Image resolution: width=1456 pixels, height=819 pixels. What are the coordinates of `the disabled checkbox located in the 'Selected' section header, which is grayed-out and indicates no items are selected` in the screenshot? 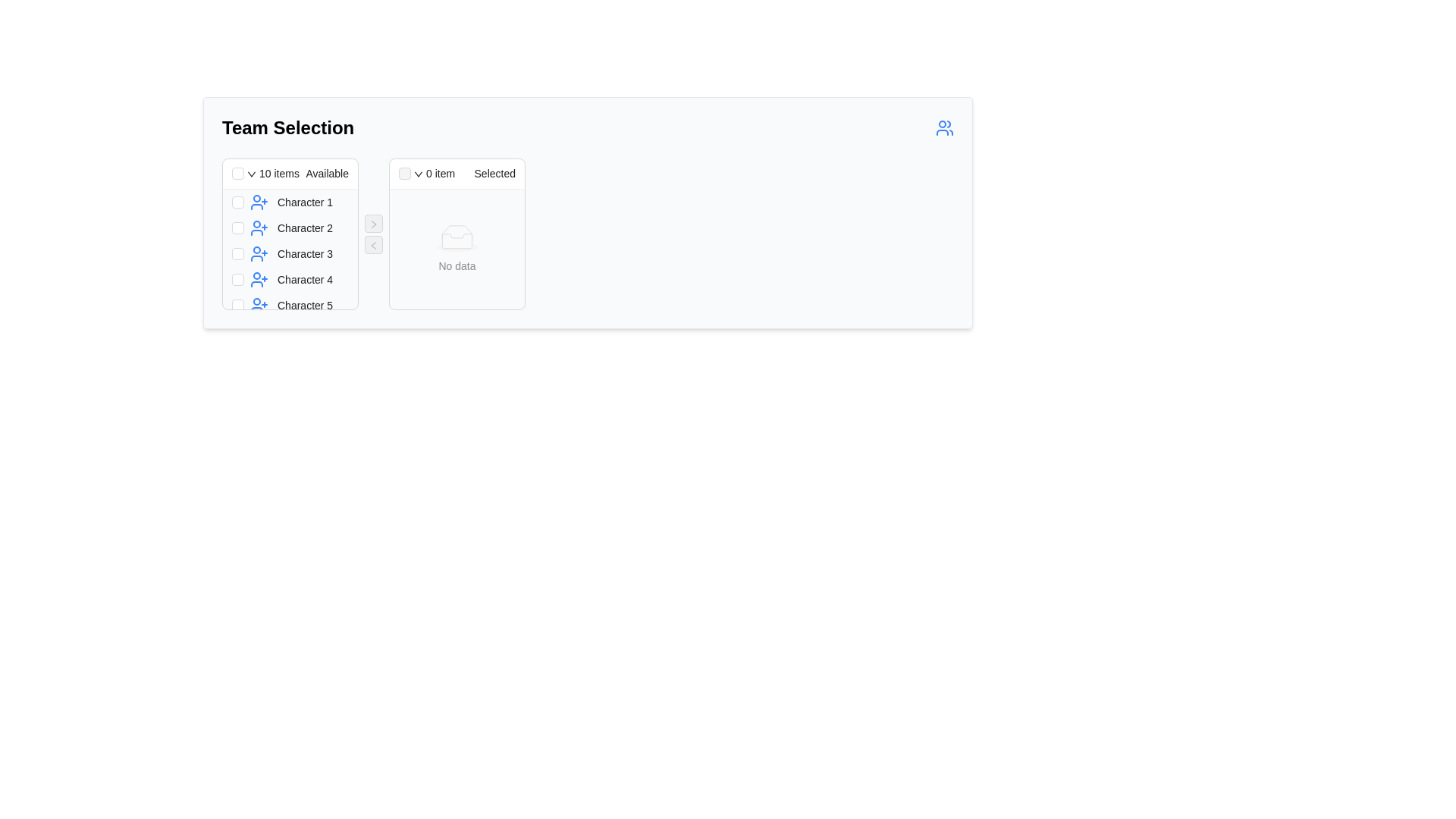 It's located at (404, 172).